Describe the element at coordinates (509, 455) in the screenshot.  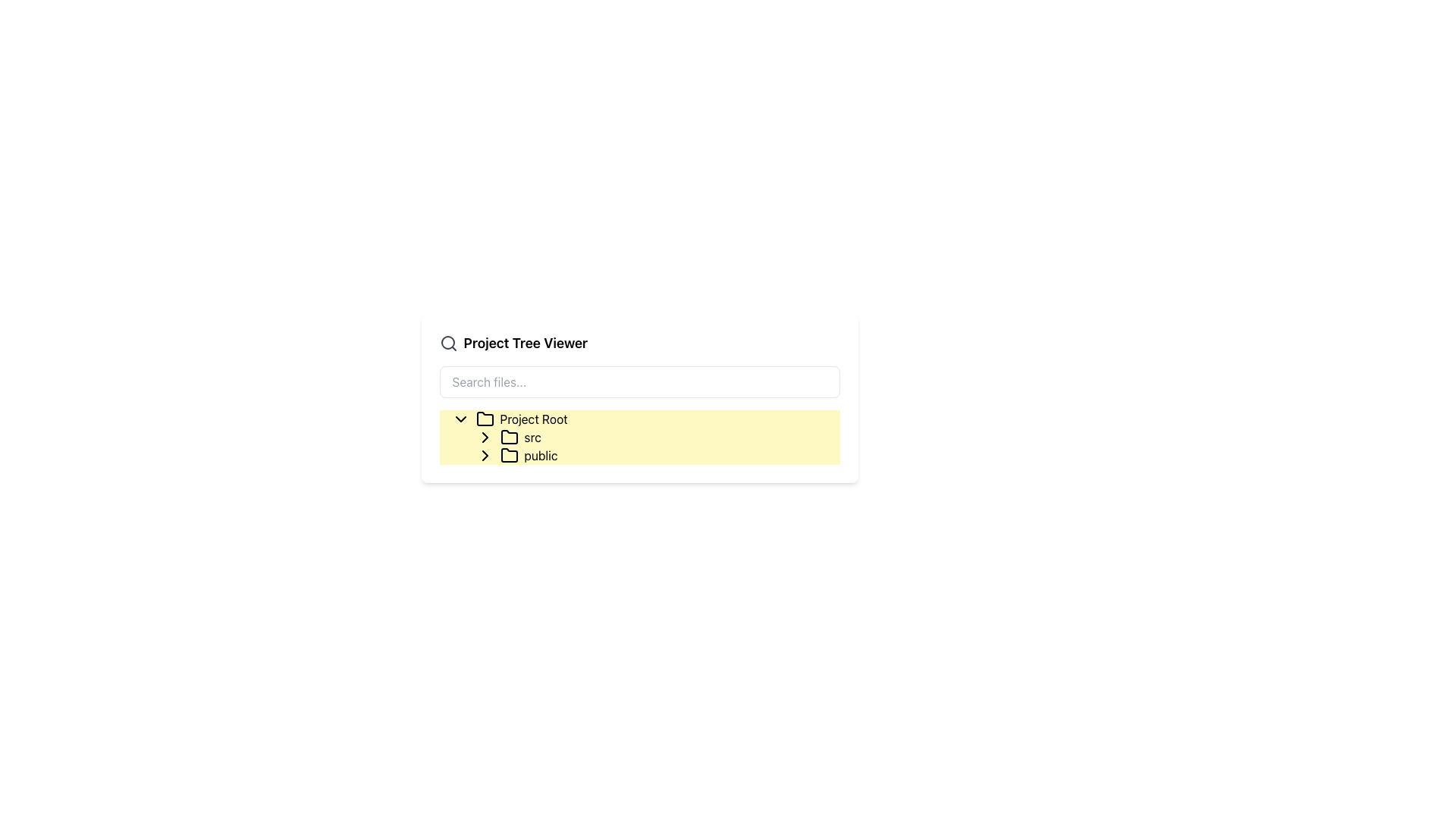
I see `the folder icon representing the 'public' directory in the project tree viewer interface` at that location.